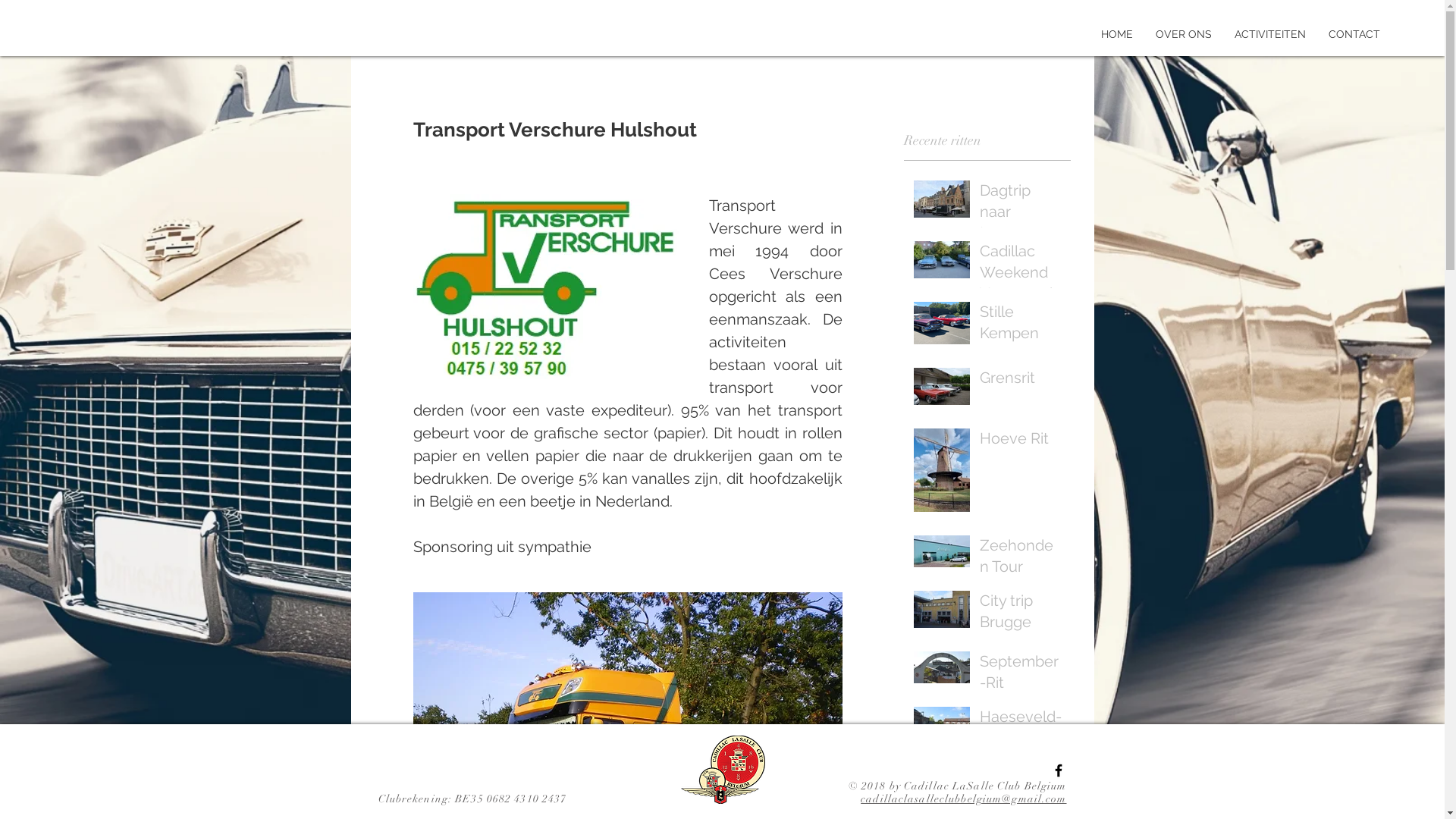 This screenshot has height=819, width=1456. Describe the element at coordinates (1020, 674) in the screenshot. I see `'September-Rit'` at that location.